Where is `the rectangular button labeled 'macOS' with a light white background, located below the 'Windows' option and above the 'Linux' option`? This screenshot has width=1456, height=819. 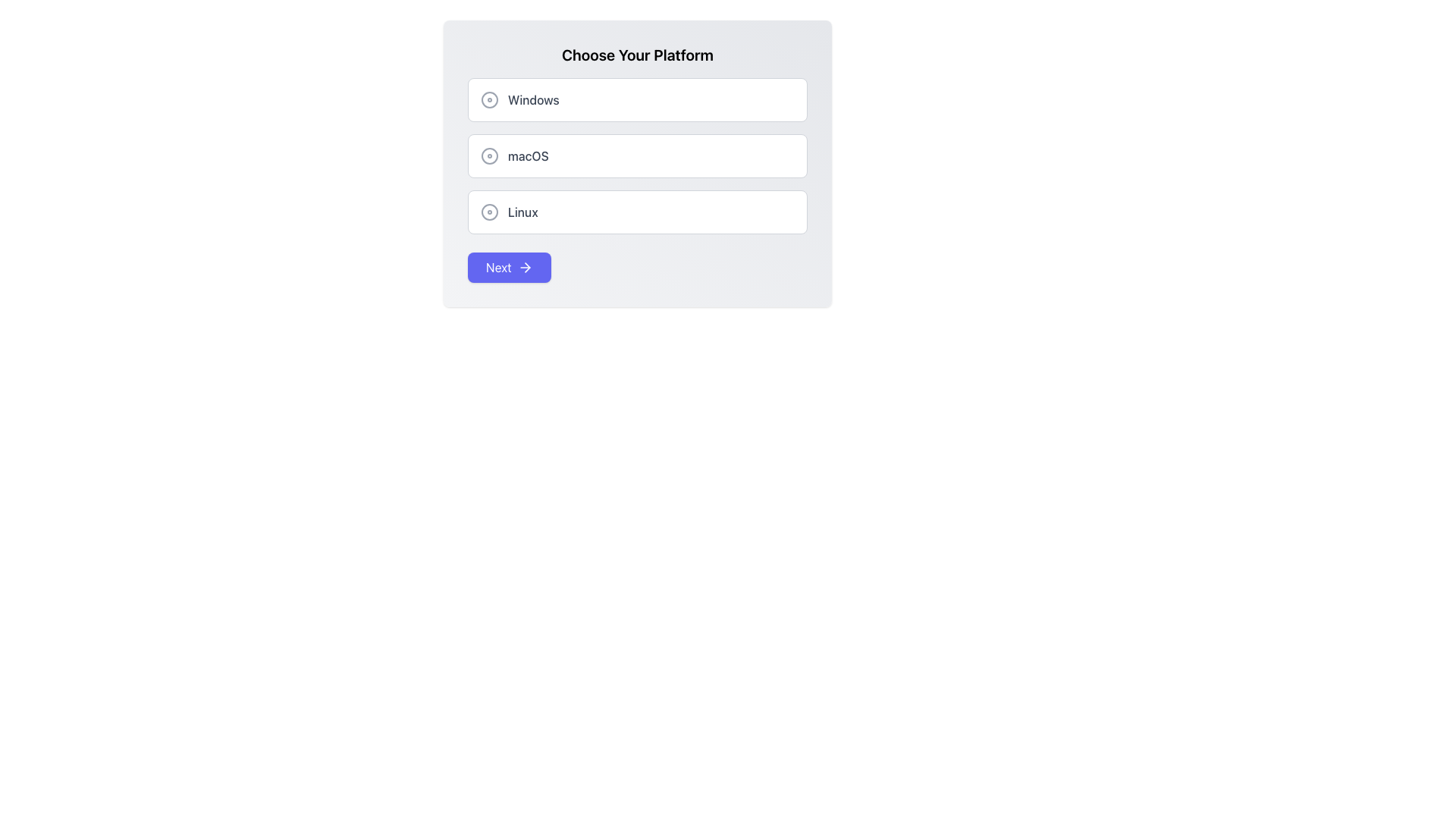 the rectangular button labeled 'macOS' with a light white background, located below the 'Windows' option and above the 'Linux' option is located at coordinates (637, 155).